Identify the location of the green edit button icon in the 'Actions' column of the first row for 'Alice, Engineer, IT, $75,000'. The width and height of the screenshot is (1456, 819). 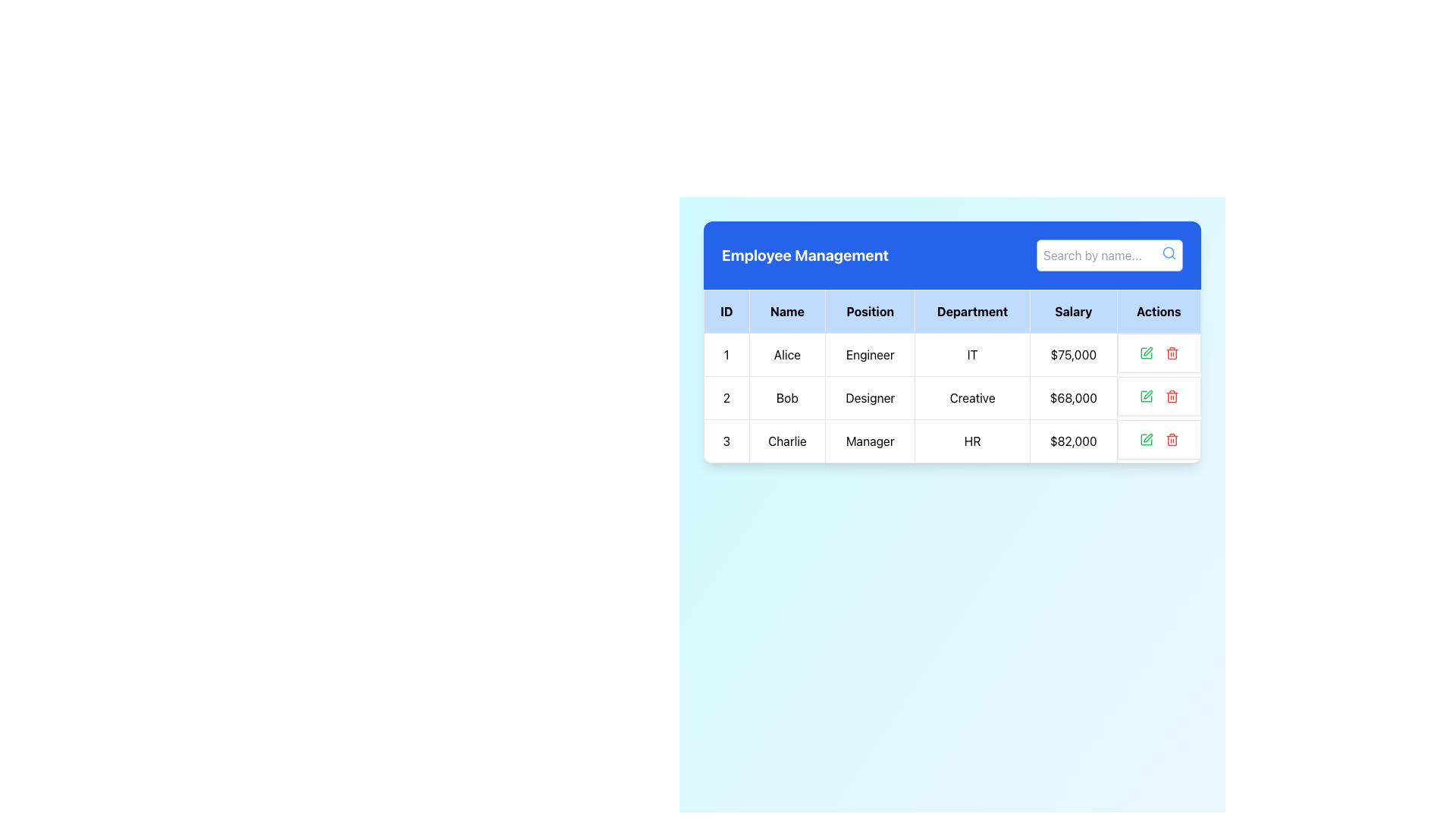
(1146, 353).